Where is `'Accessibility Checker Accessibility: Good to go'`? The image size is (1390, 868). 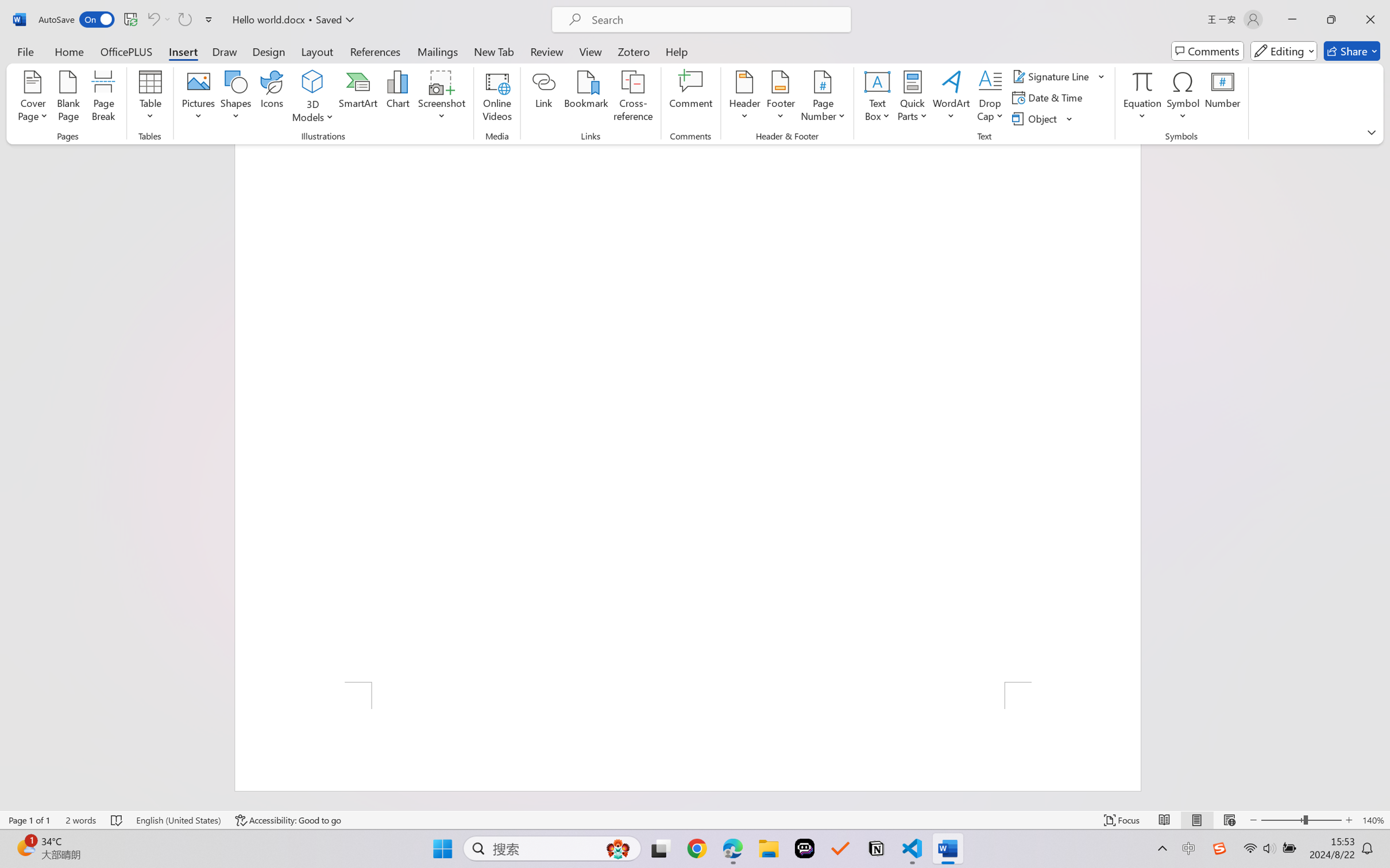 'Accessibility Checker Accessibility: Good to go' is located at coordinates (288, 820).